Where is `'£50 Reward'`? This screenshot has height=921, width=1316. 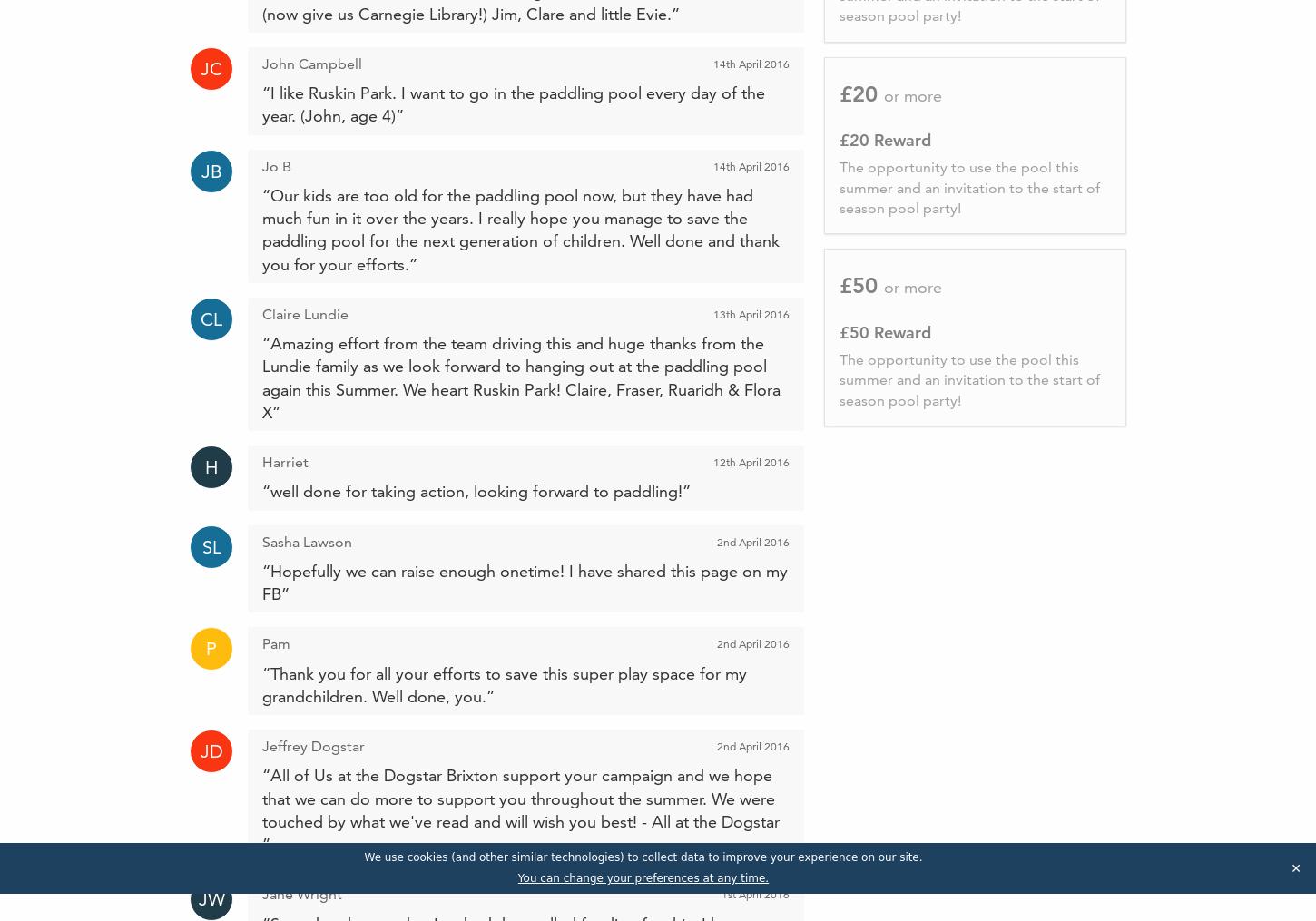
'£50 Reward' is located at coordinates (884, 331).